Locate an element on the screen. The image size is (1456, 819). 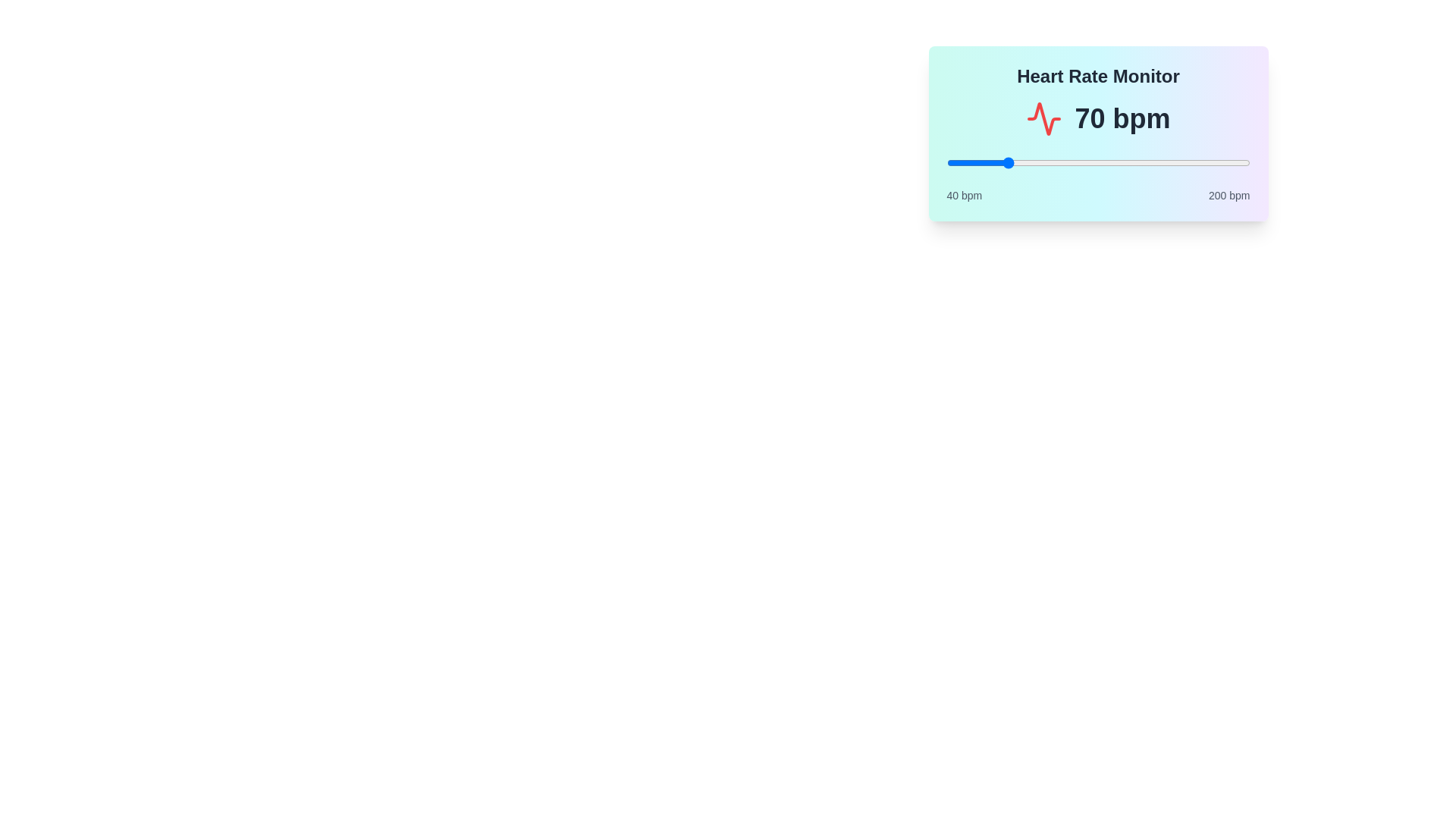
the heart rate slider to set the heart rate to 158 bpm is located at coordinates (1169, 163).